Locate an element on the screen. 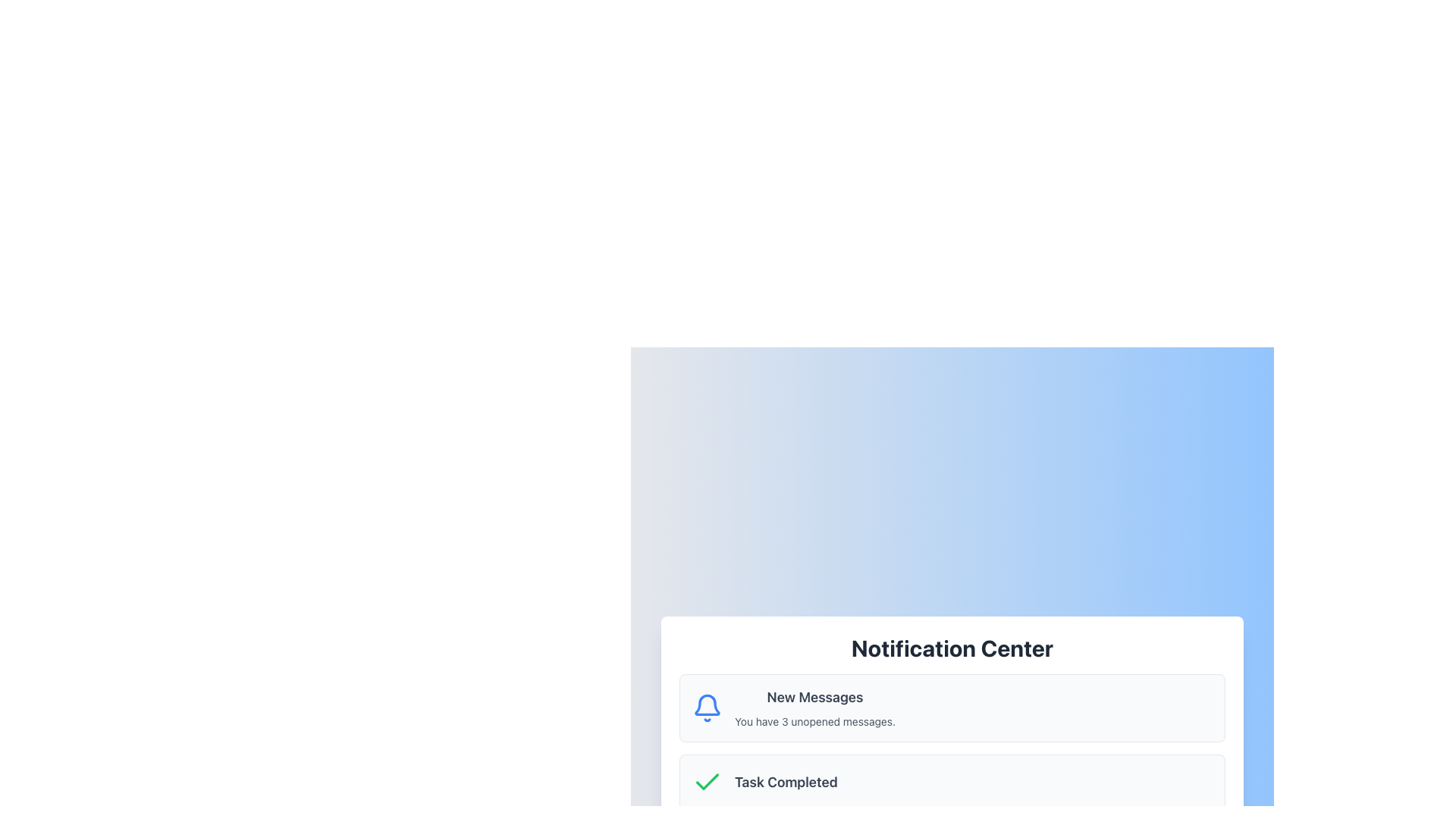  the checkmark icon in the Notification Center, which indicates that the associated task has been successfully completed is located at coordinates (706, 781).